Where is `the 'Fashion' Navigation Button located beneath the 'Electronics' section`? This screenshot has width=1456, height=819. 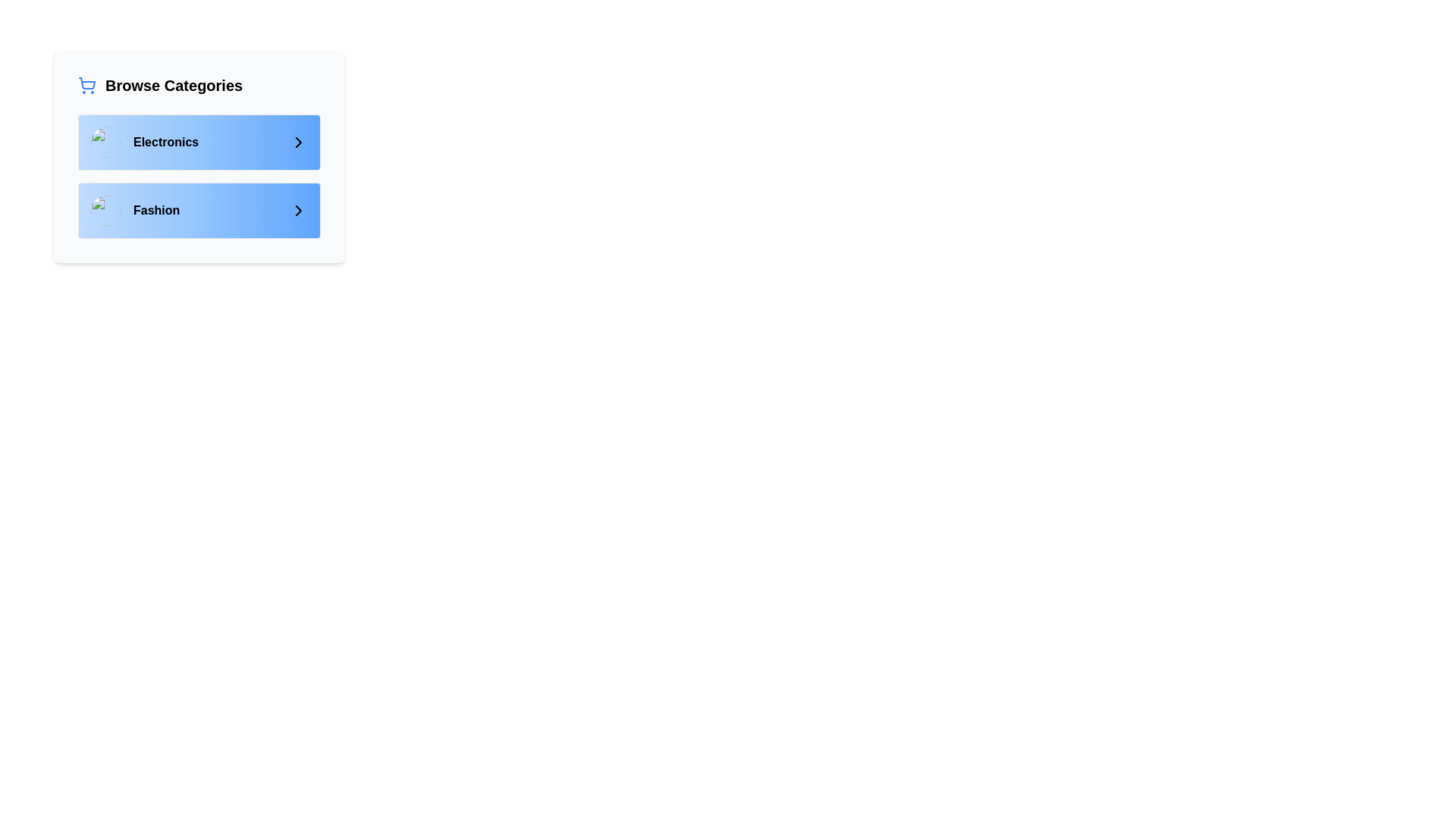
the 'Fashion' Navigation Button located beneath the 'Electronics' section is located at coordinates (199, 210).